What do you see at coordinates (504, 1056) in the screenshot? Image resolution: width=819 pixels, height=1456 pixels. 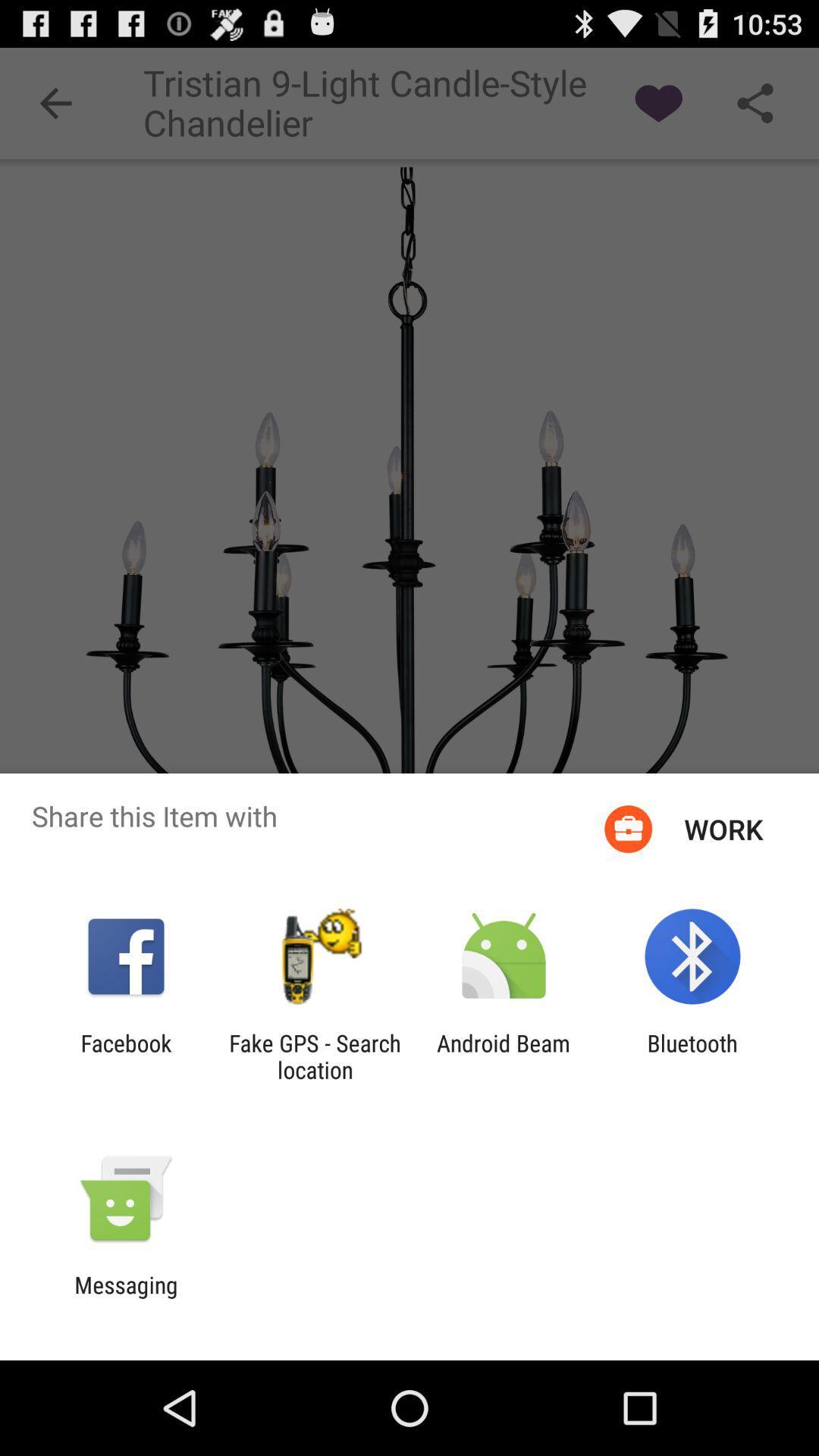 I see `item next to the bluetooth` at bounding box center [504, 1056].